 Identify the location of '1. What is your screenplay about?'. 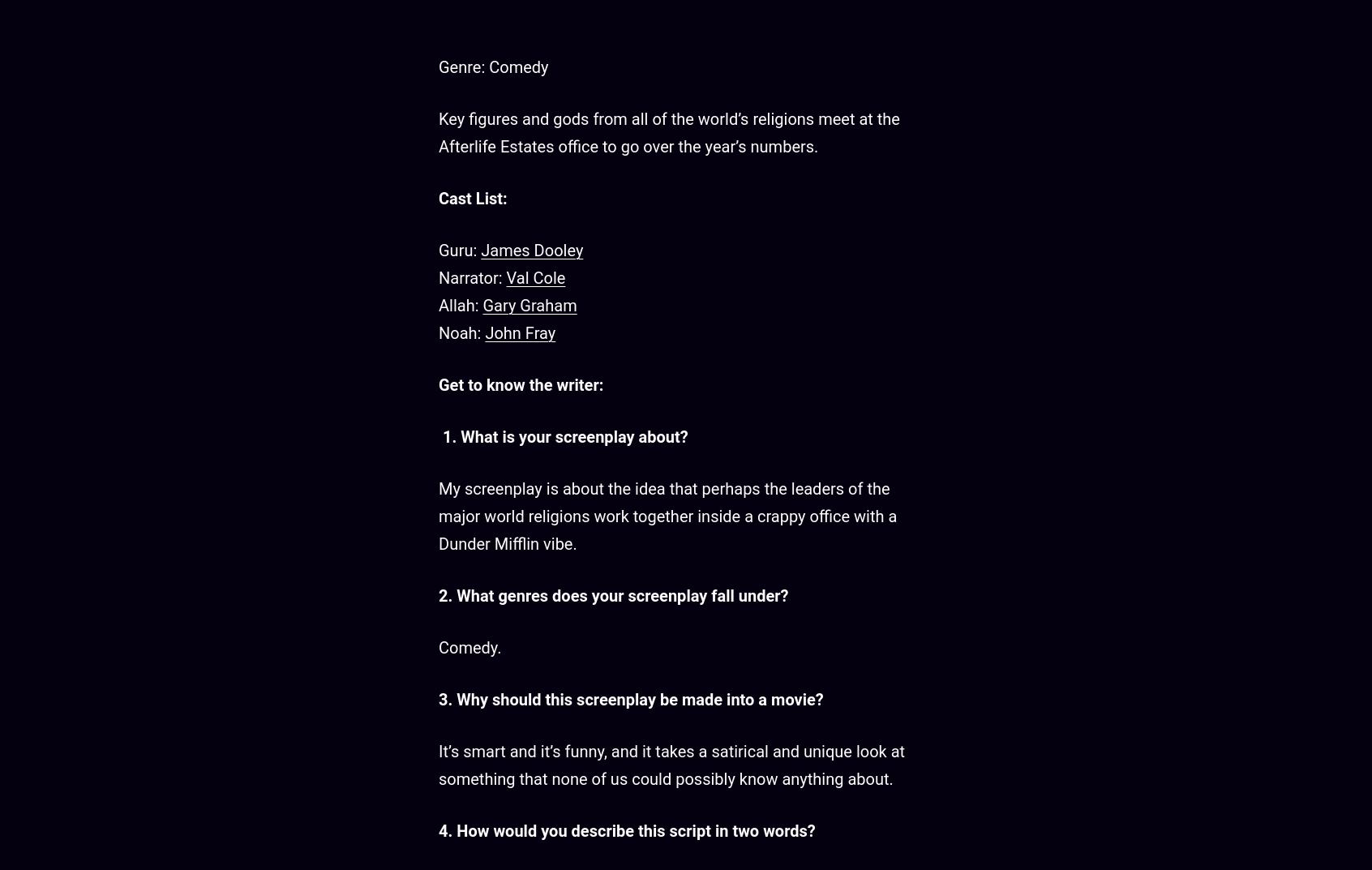
(563, 436).